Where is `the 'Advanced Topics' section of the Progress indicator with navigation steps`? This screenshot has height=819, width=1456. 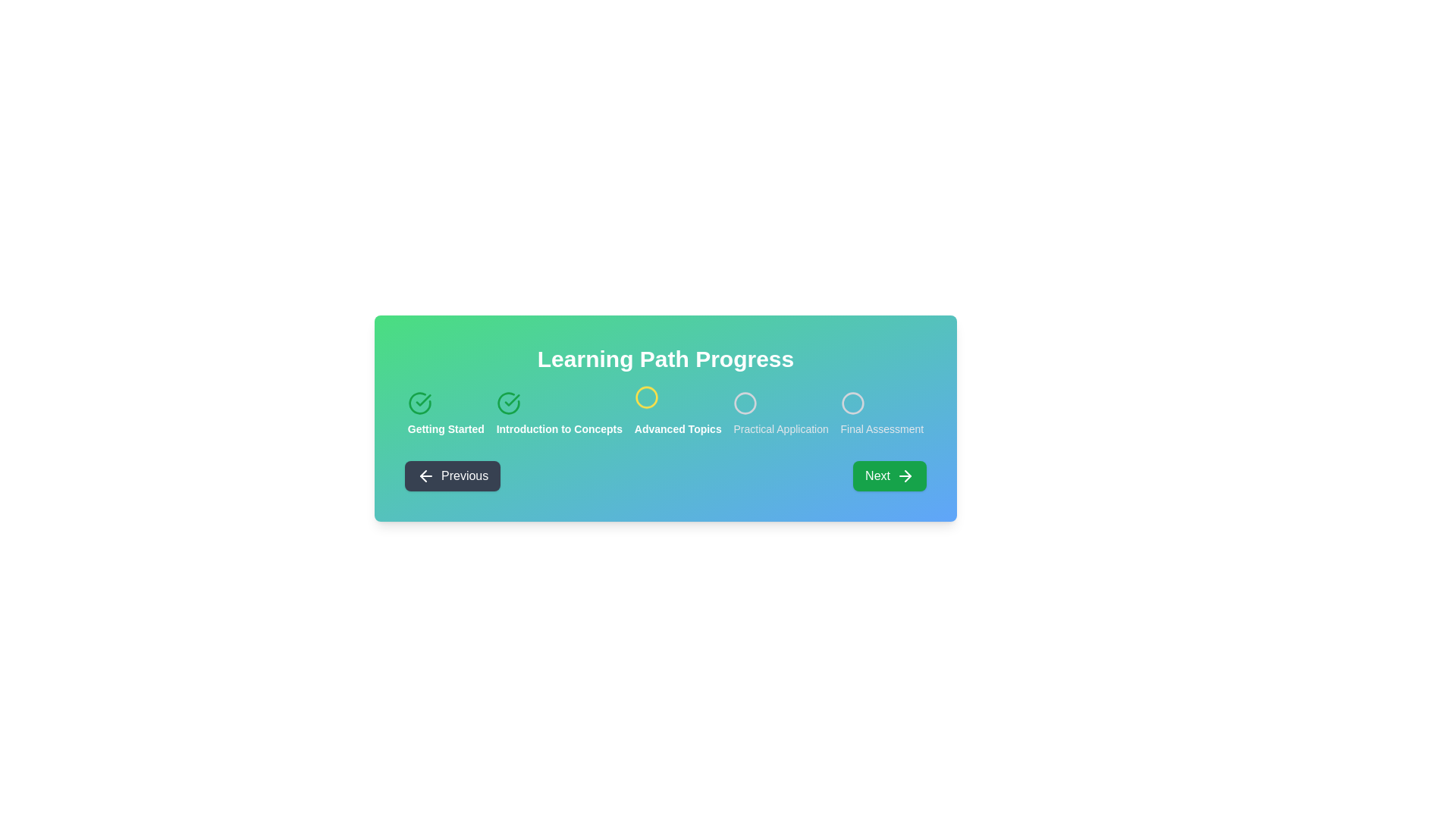 the 'Advanced Topics' section of the Progress indicator with navigation steps is located at coordinates (666, 414).